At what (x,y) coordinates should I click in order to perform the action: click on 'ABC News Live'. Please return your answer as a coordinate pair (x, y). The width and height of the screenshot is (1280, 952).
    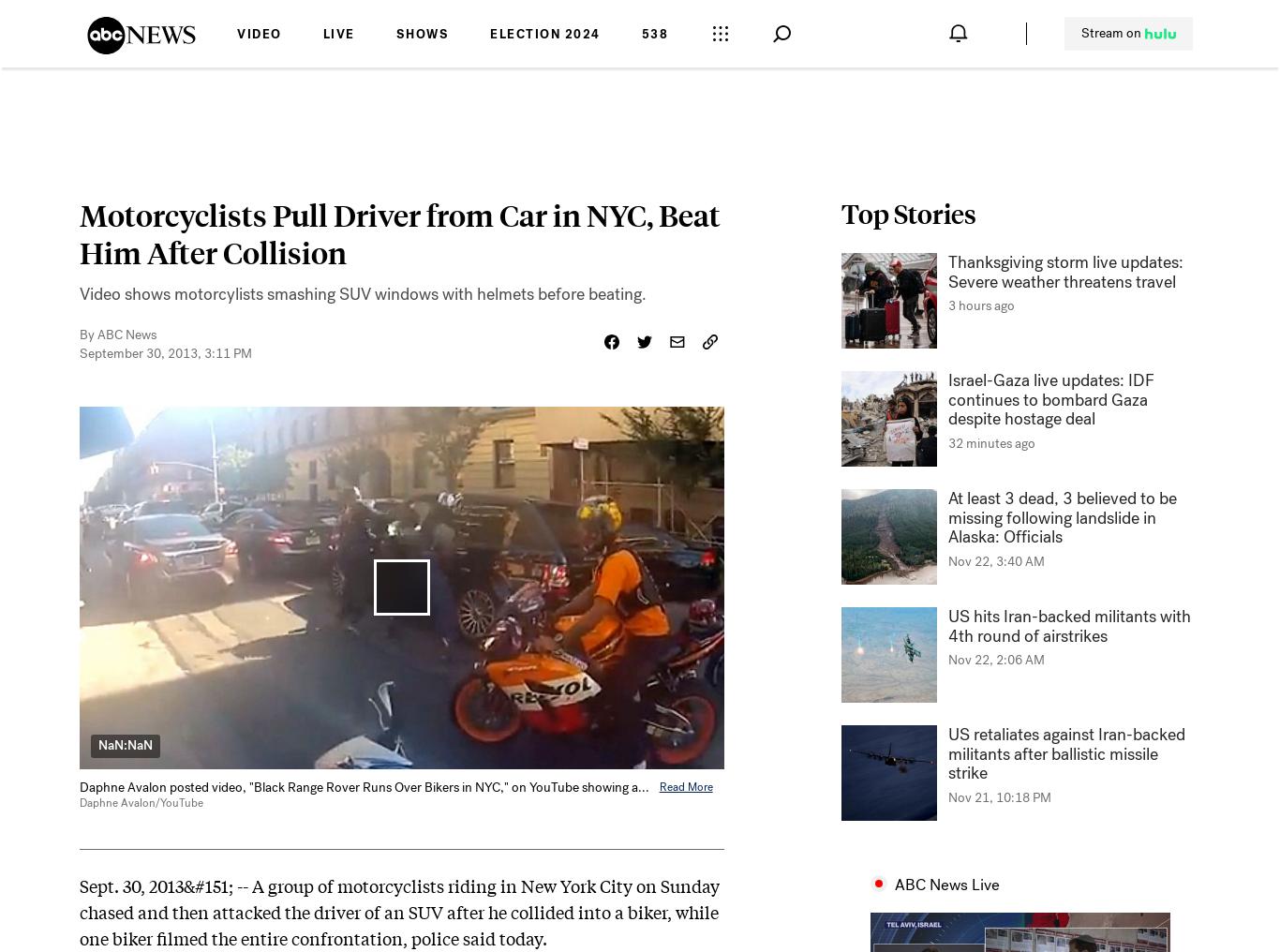
    Looking at the image, I should click on (946, 884).